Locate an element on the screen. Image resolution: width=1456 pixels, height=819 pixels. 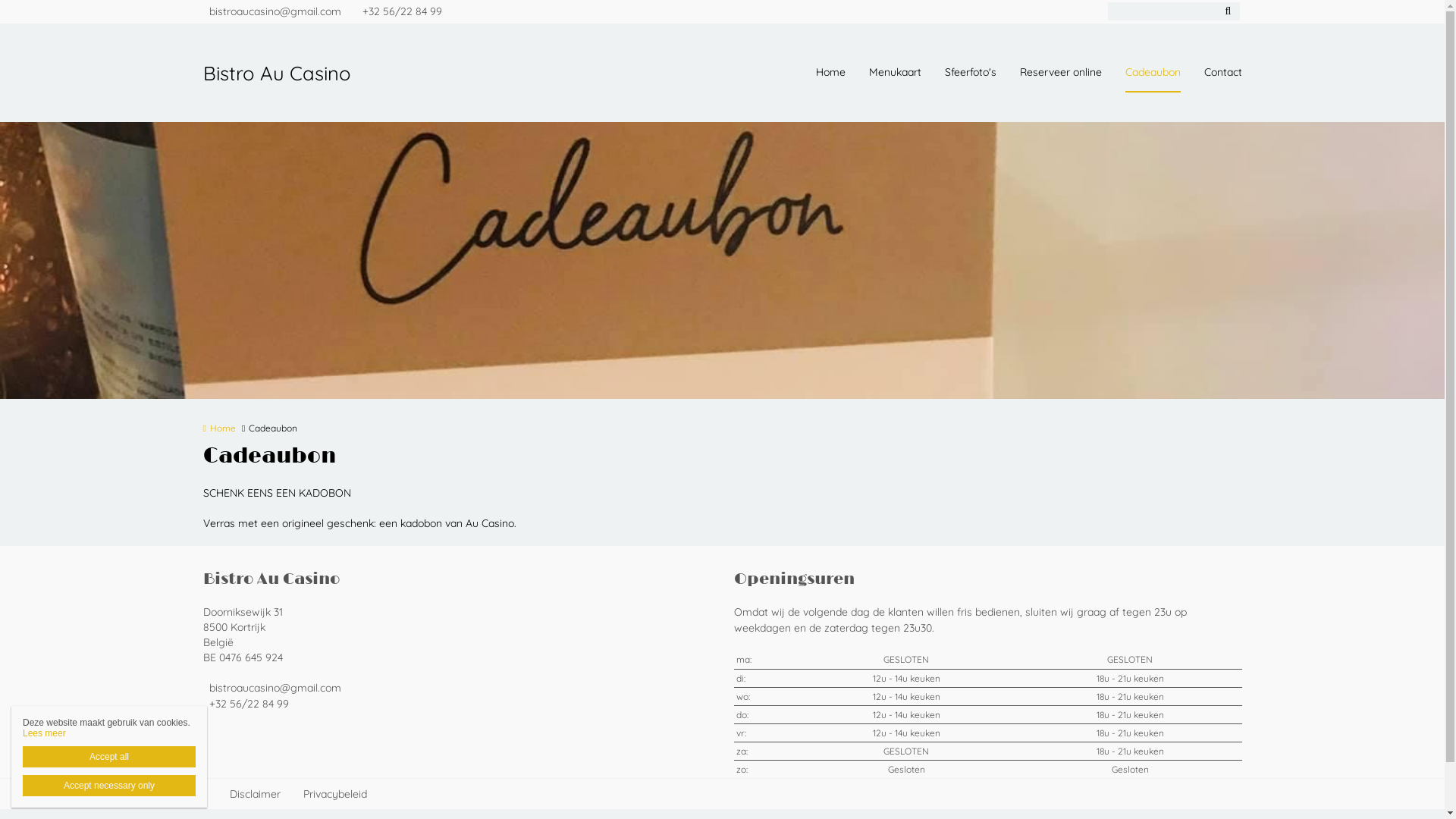
'Disclaimer' is located at coordinates (255, 792).